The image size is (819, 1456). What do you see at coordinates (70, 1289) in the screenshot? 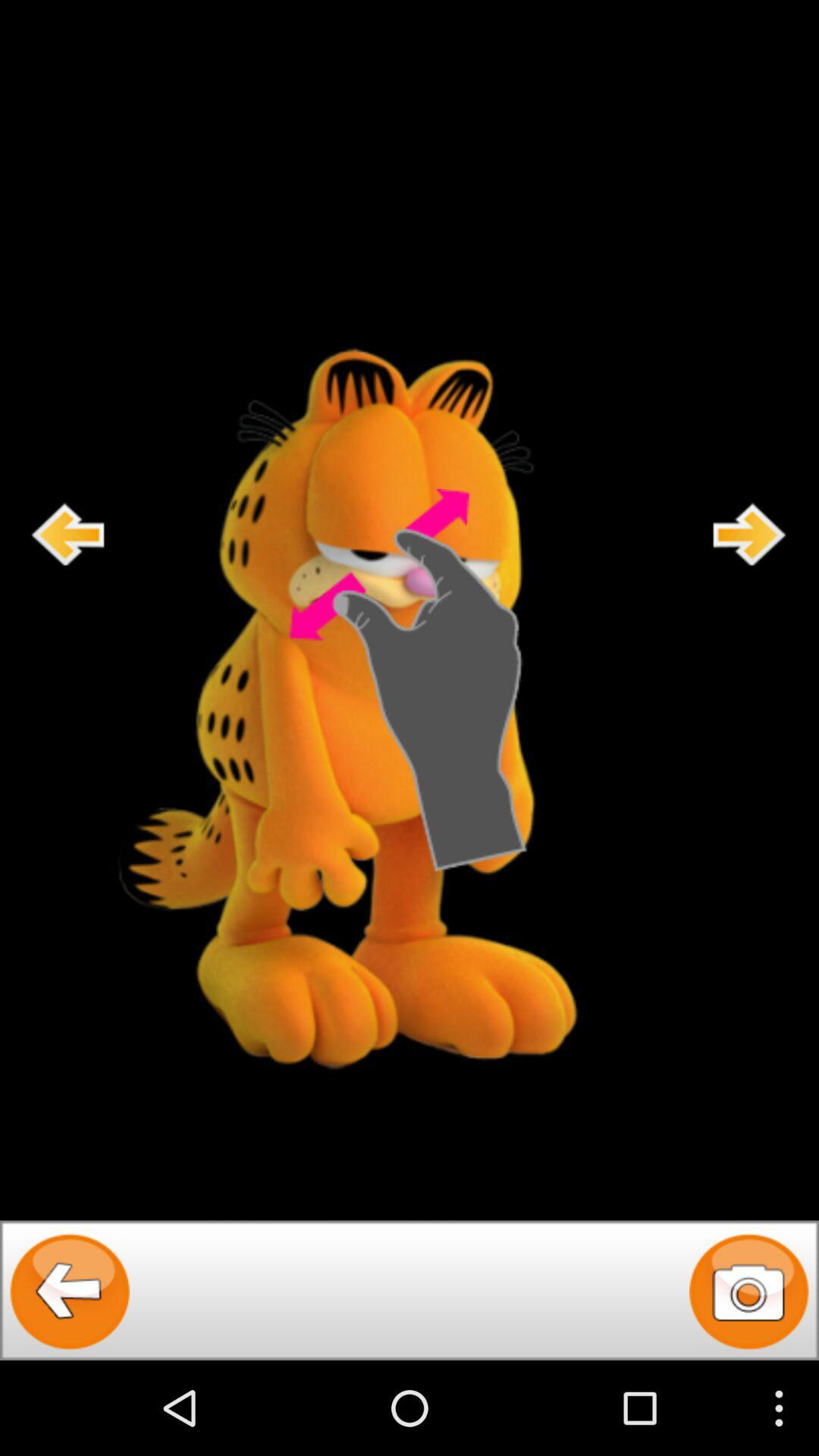
I see `go back` at bounding box center [70, 1289].